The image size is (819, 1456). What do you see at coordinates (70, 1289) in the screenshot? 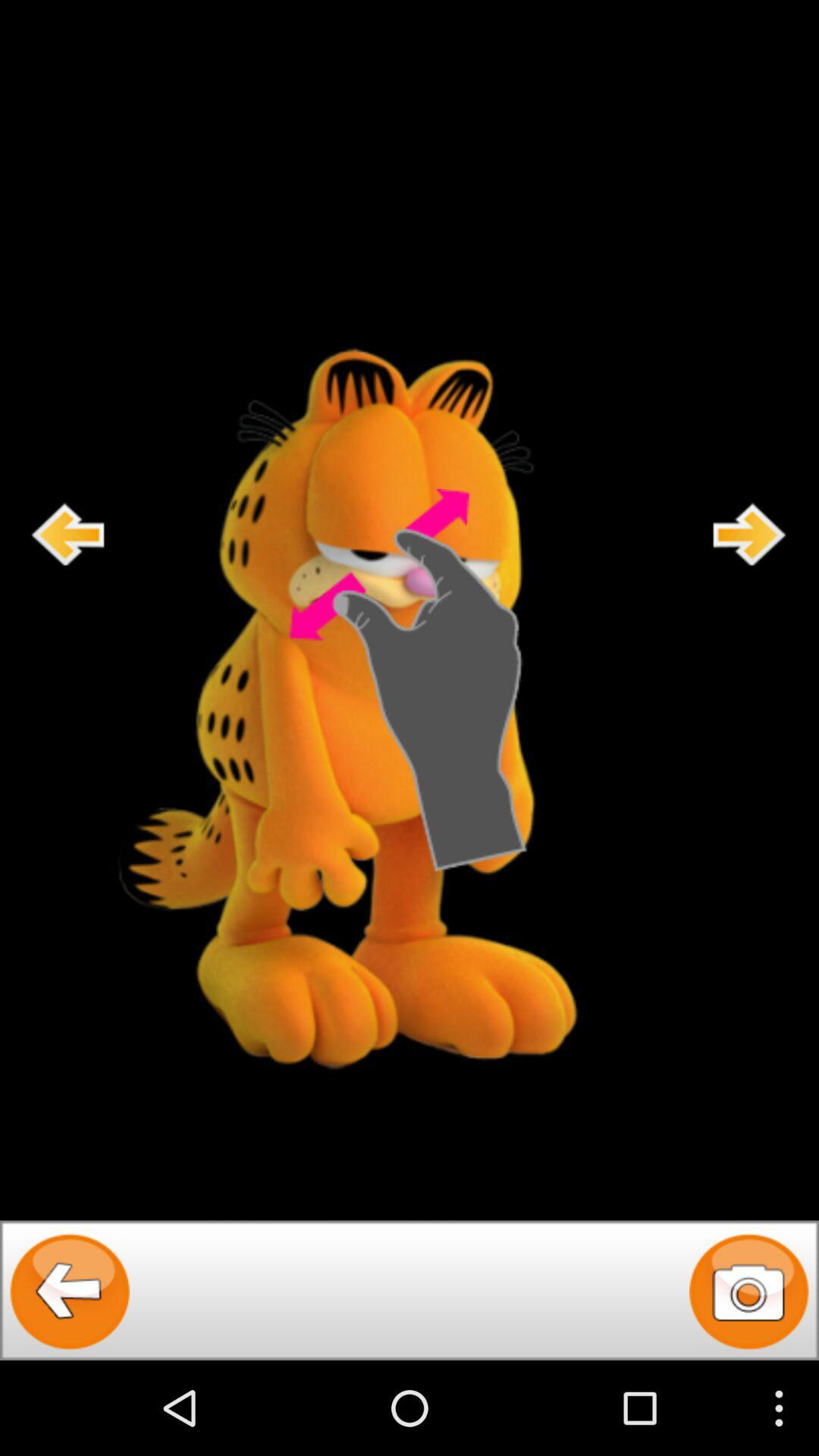
I see `go back` at bounding box center [70, 1289].